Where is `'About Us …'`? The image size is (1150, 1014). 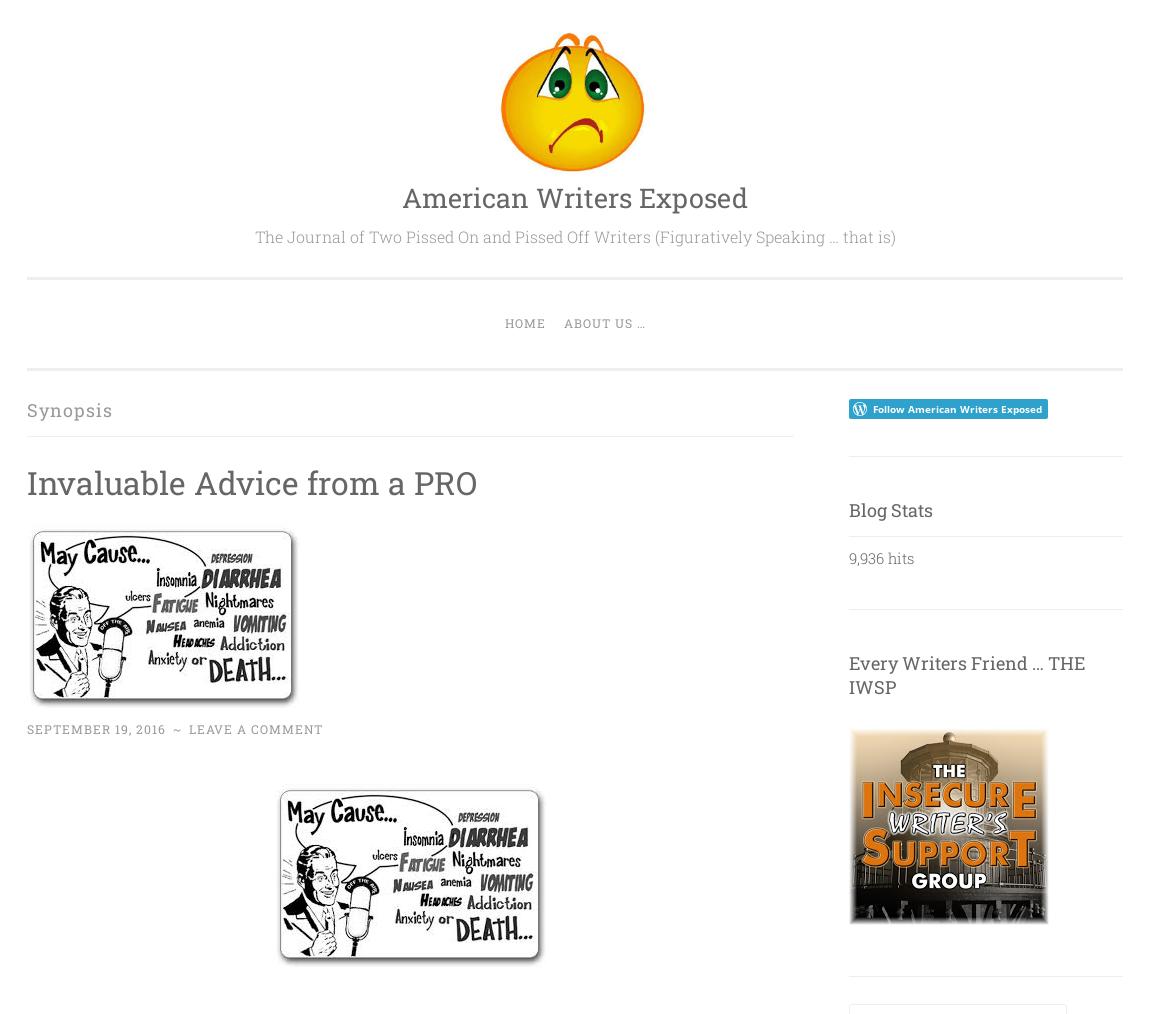
'About Us …' is located at coordinates (602, 322).